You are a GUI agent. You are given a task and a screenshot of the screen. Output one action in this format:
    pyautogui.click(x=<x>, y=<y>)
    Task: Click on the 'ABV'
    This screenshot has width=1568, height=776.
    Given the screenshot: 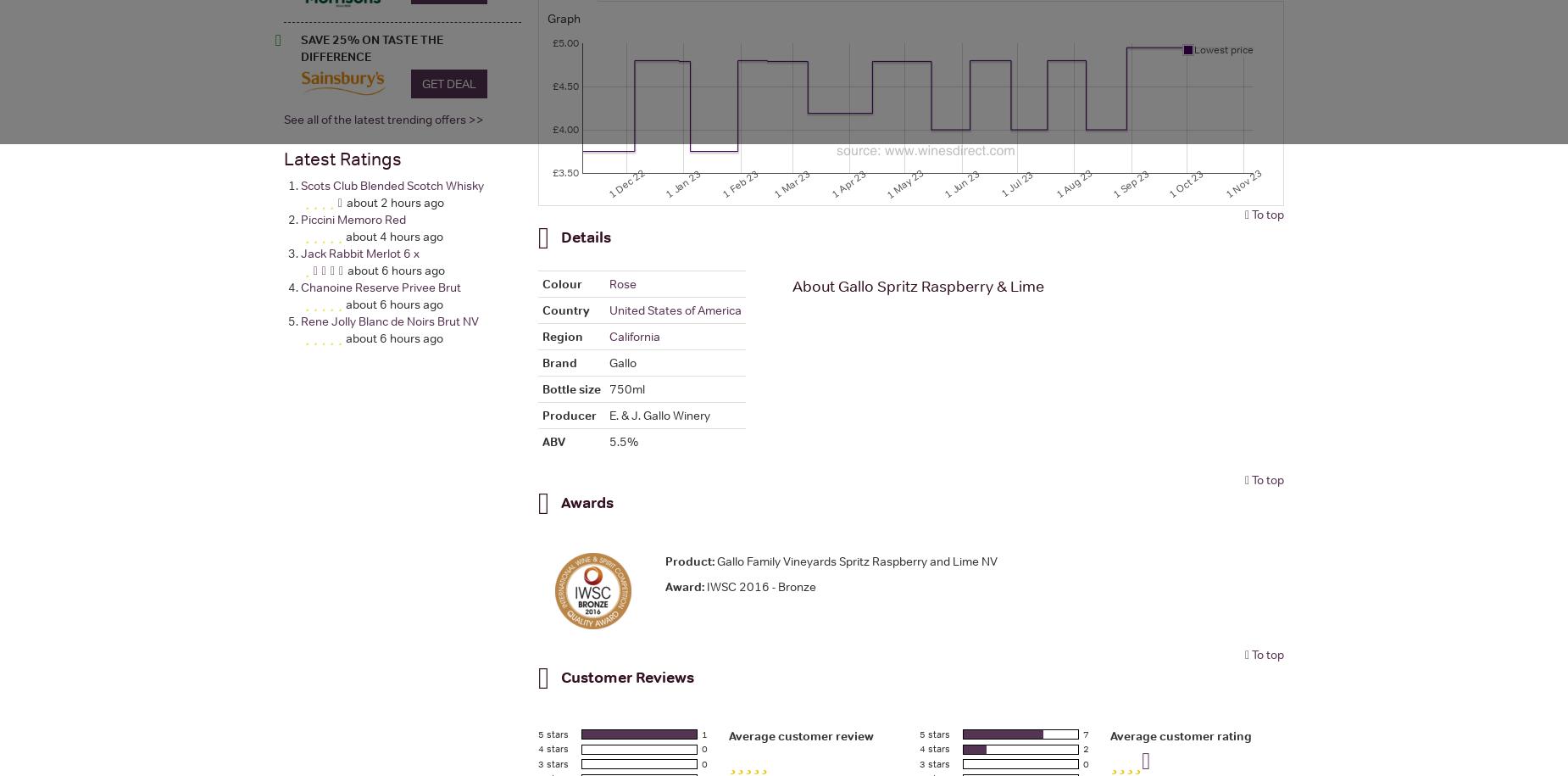 What is the action you would take?
    pyautogui.click(x=553, y=440)
    